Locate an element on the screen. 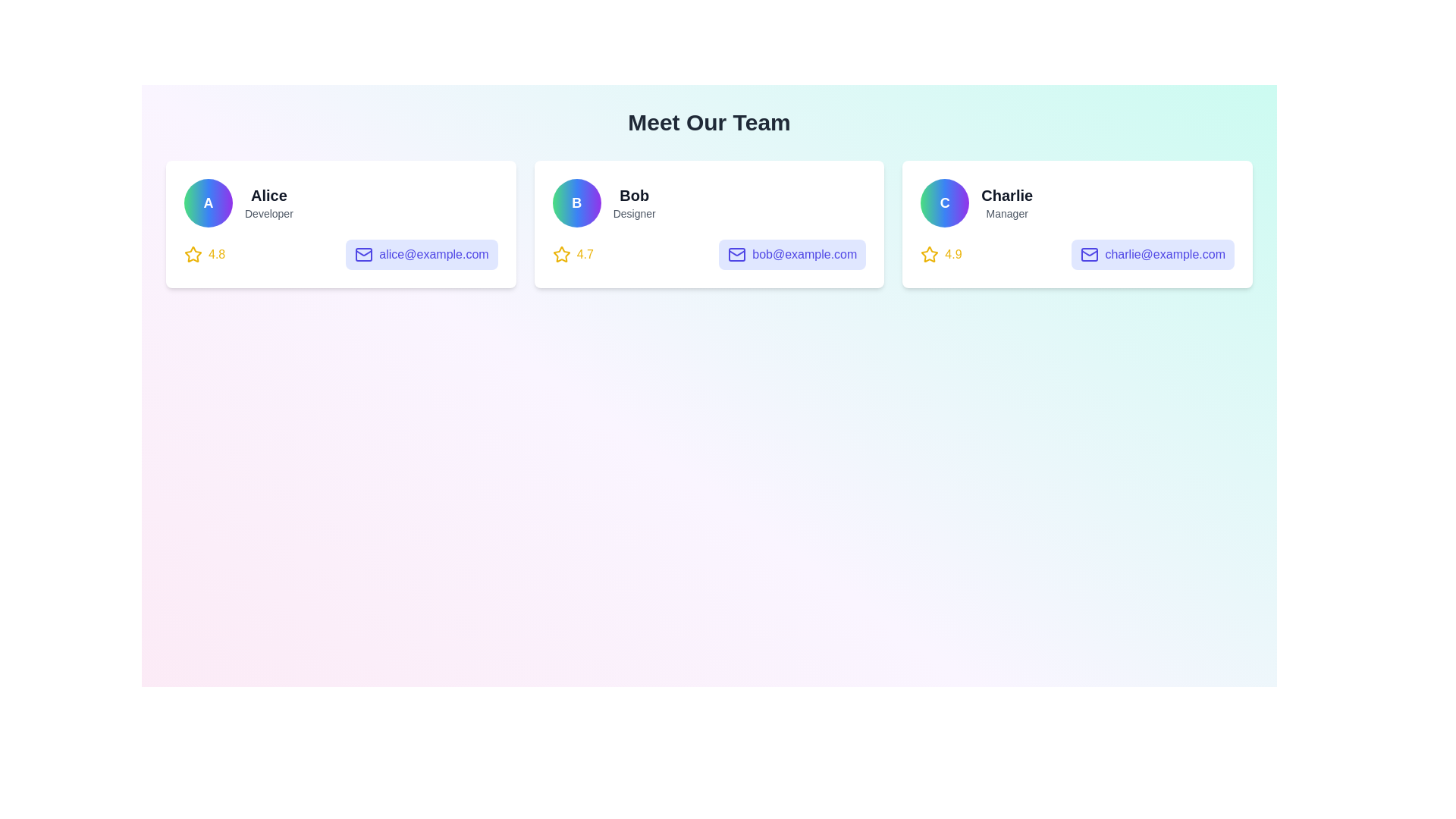 The width and height of the screenshot is (1456, 819). the contact link text 'alice@example.com', styled with a blue, bold font and located adjacent to a mail icon is located at coordinates (433, 253).